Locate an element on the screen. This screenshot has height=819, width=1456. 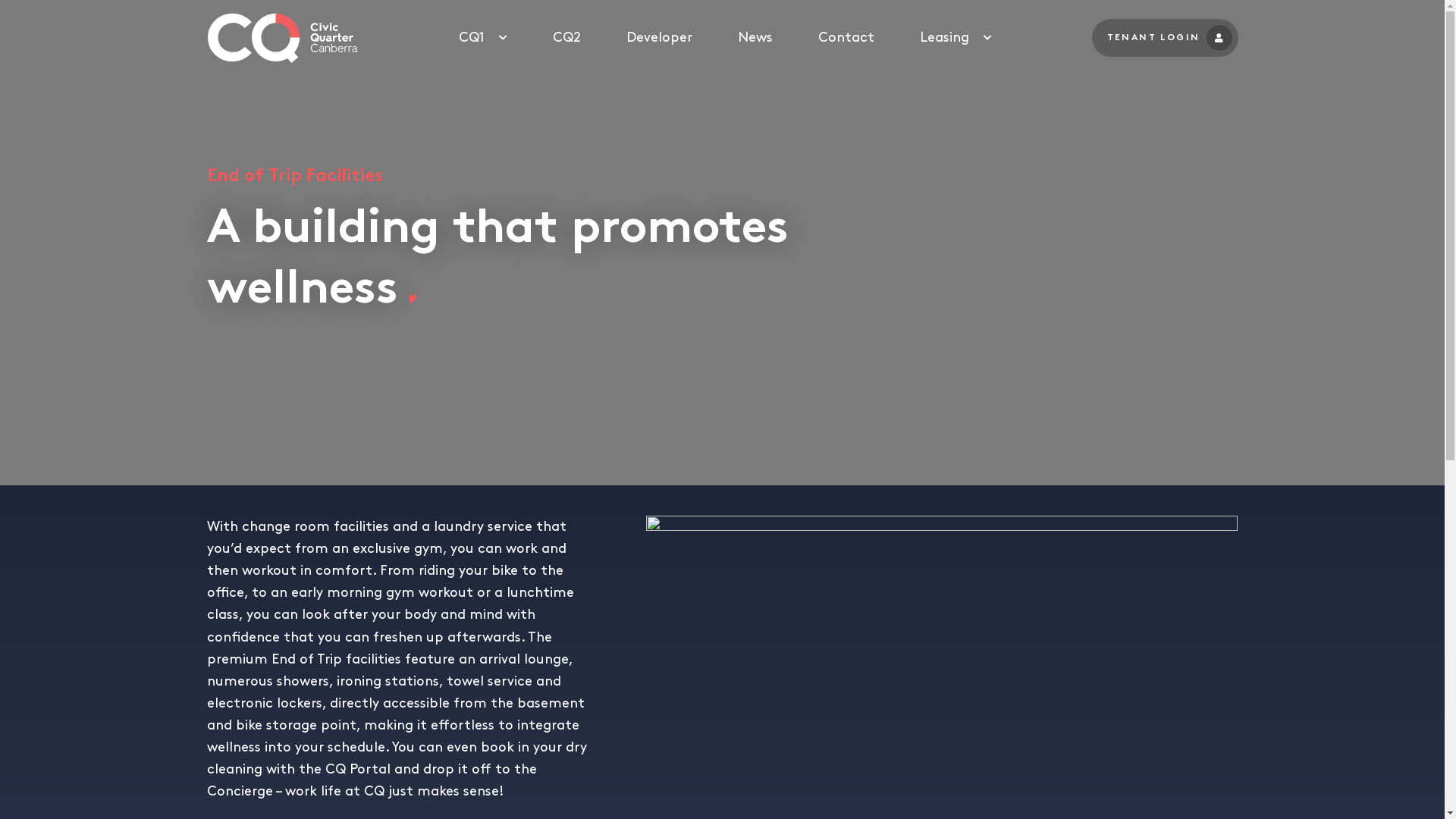
'CQ2' is located at coordinates (566, 37).